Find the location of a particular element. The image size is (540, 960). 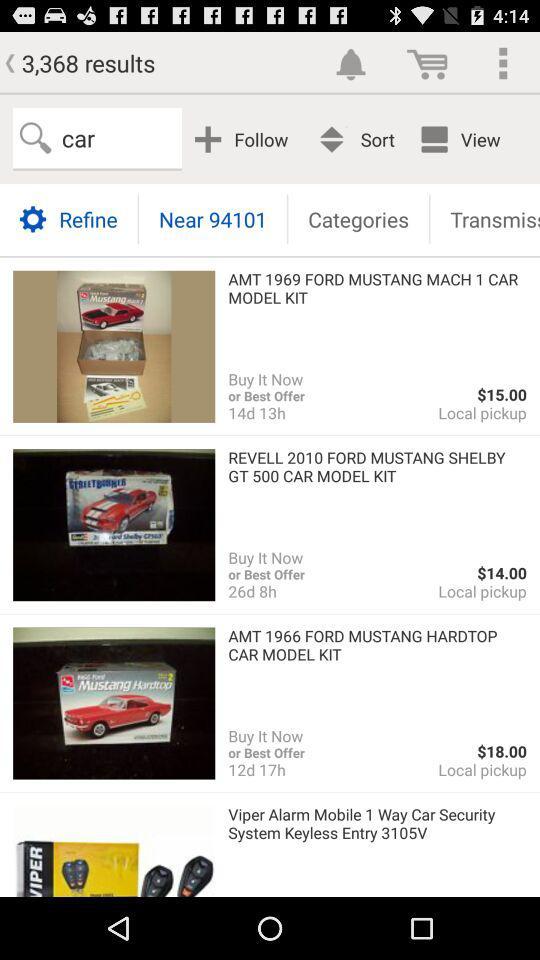

the app below follow is located at coordinates (211, 218).